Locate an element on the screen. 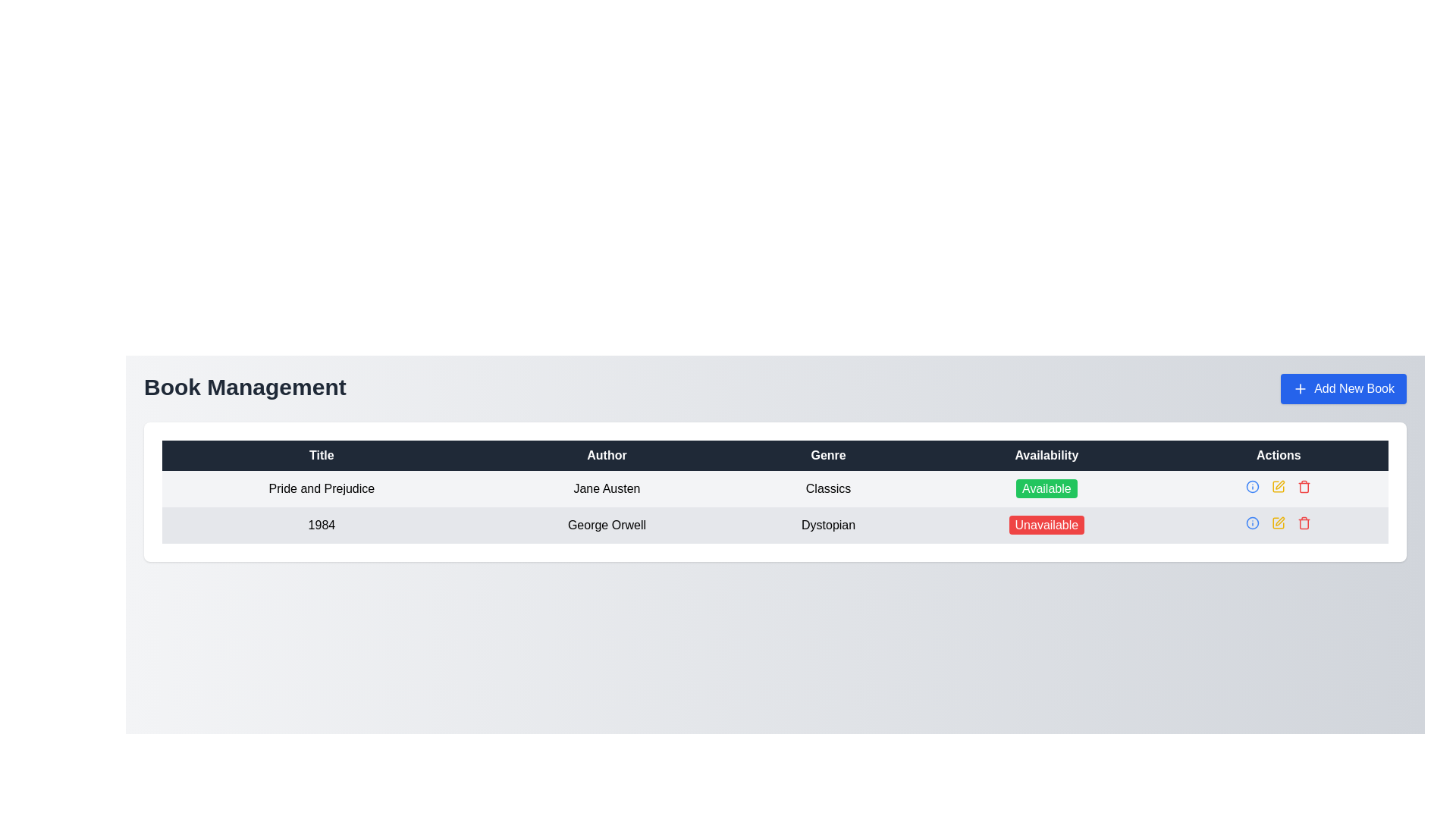  the text label displaying 'Classics' in the third column of the first row of the table, which is positioned between 'Jane Austen' and an 'Available' status indicator is located at coordinates (827, 488).